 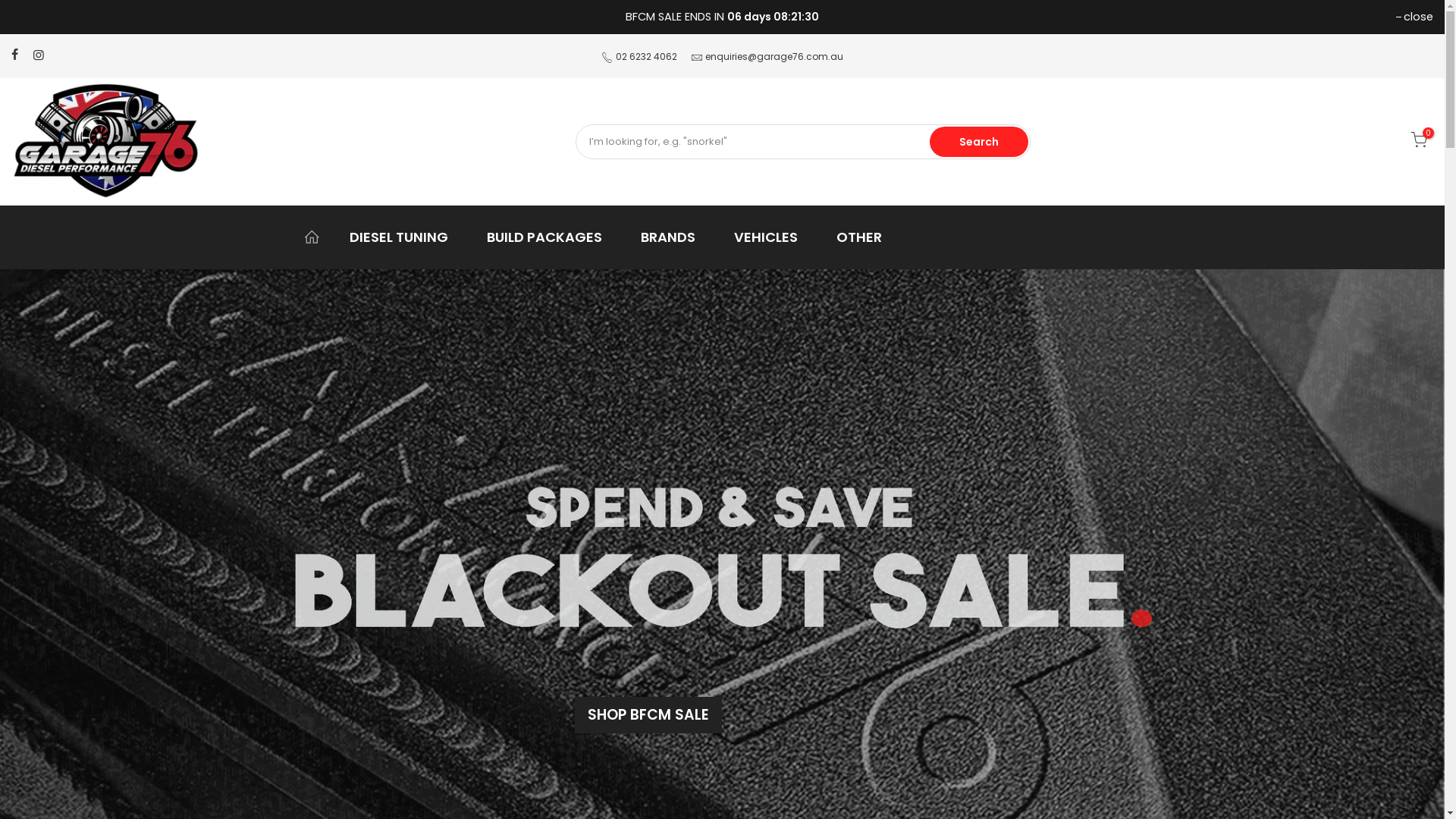 I want to click on 'VEHICLES', so click(x=771, y=237).